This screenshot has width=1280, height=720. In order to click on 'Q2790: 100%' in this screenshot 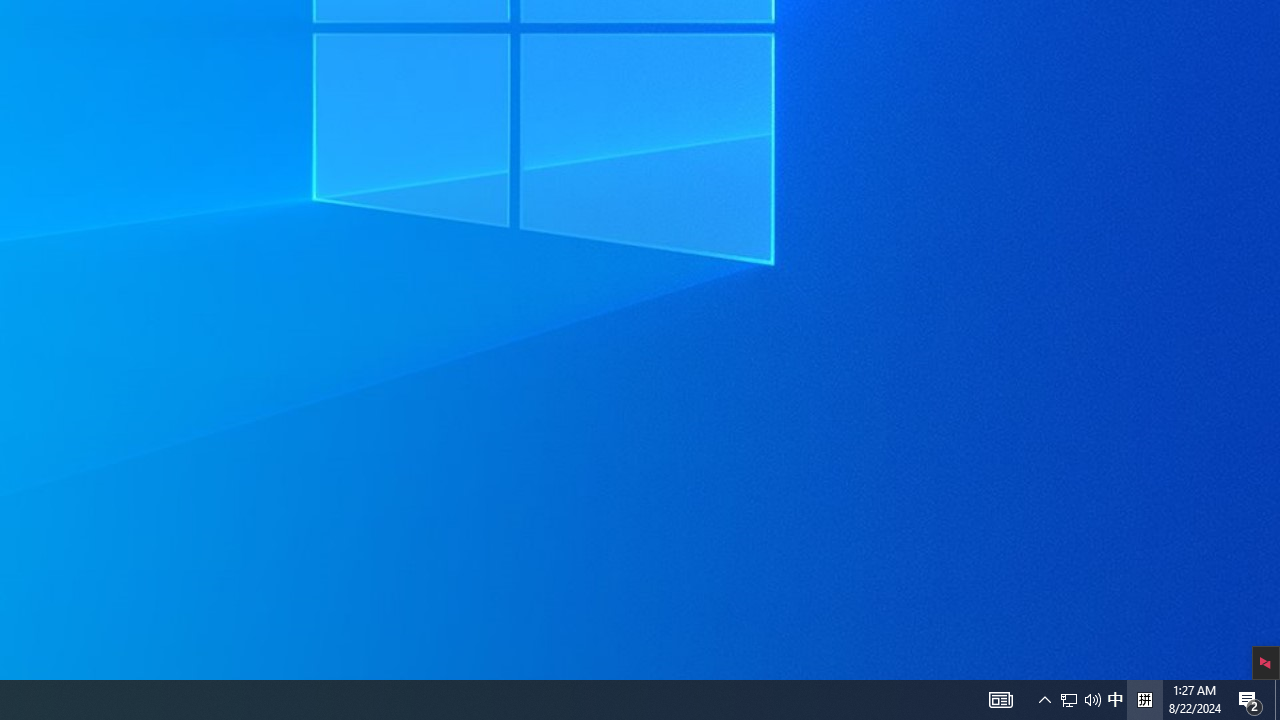, I will do `click(1092, 698)`.